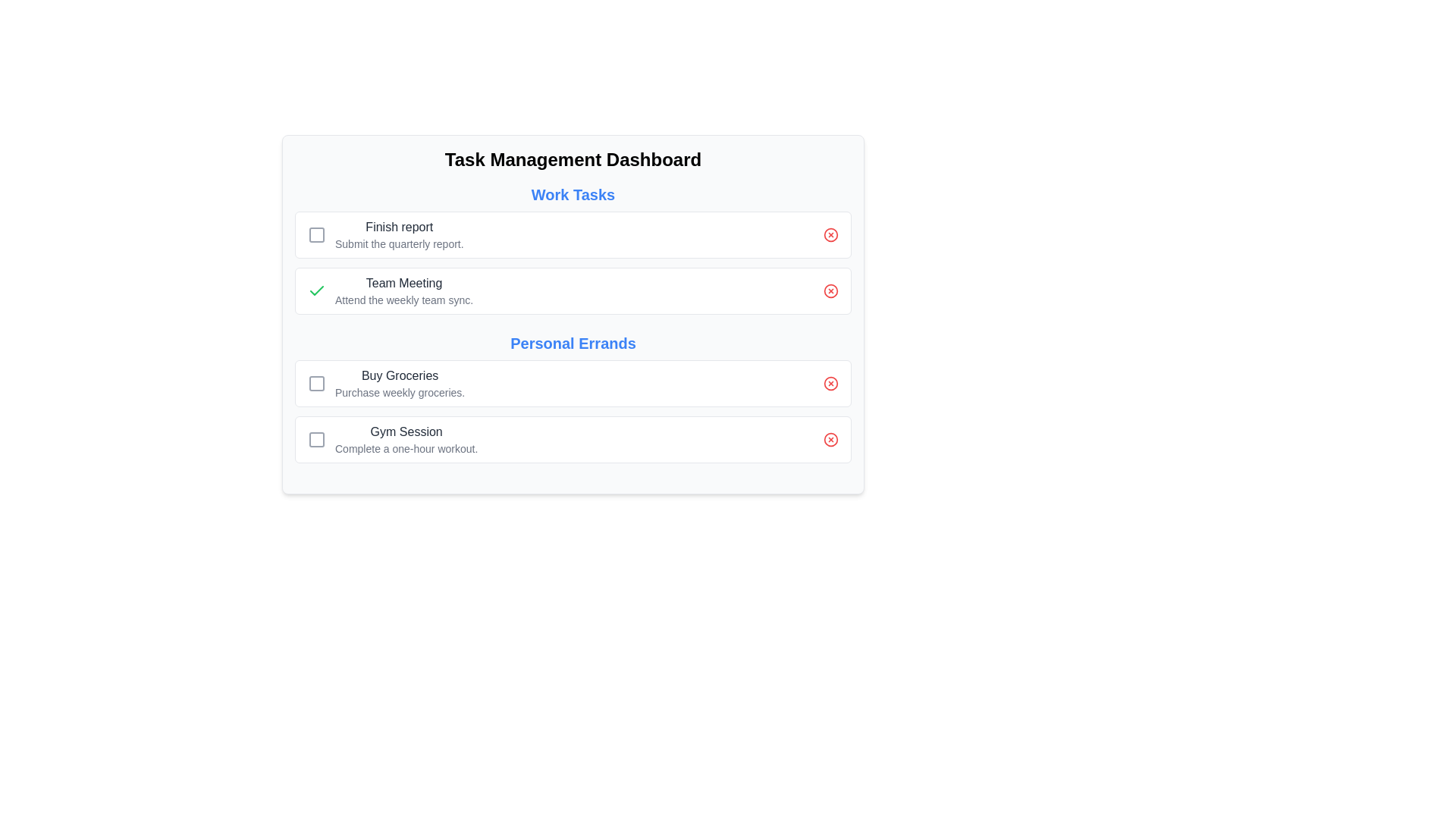 The height and width of the screenshot is (819, 1456). I want to click on task details from the third list item with an embedded checkbox in the 'Personal Errands' section, which is positioned between the 'Team Meeting' and 'Gym Session' items, so click(386, 382).